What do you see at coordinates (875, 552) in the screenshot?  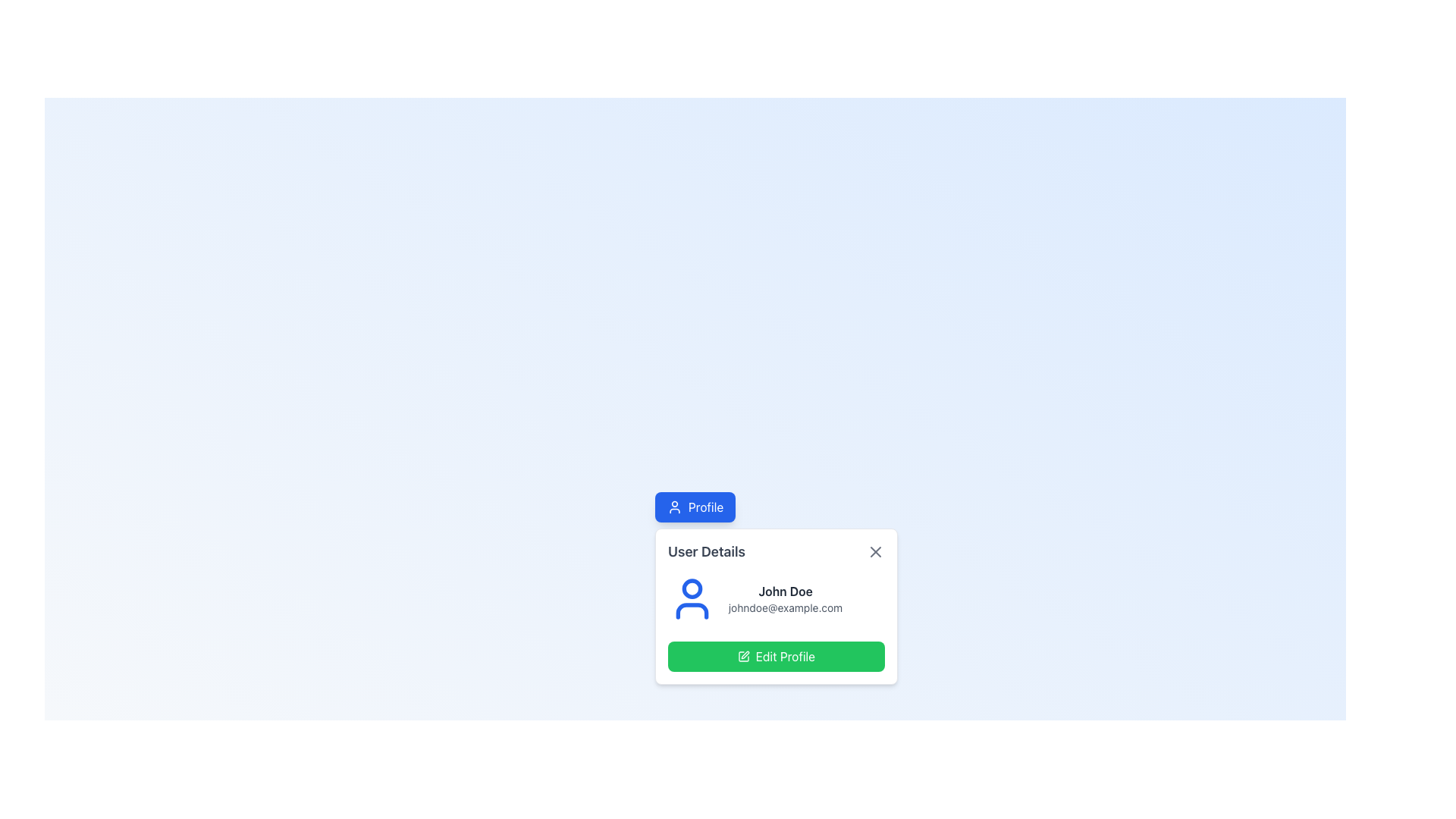 I see `the close SVG icon located at the top-right corner of the 'User Details' section` at bounding box center [875, 552].